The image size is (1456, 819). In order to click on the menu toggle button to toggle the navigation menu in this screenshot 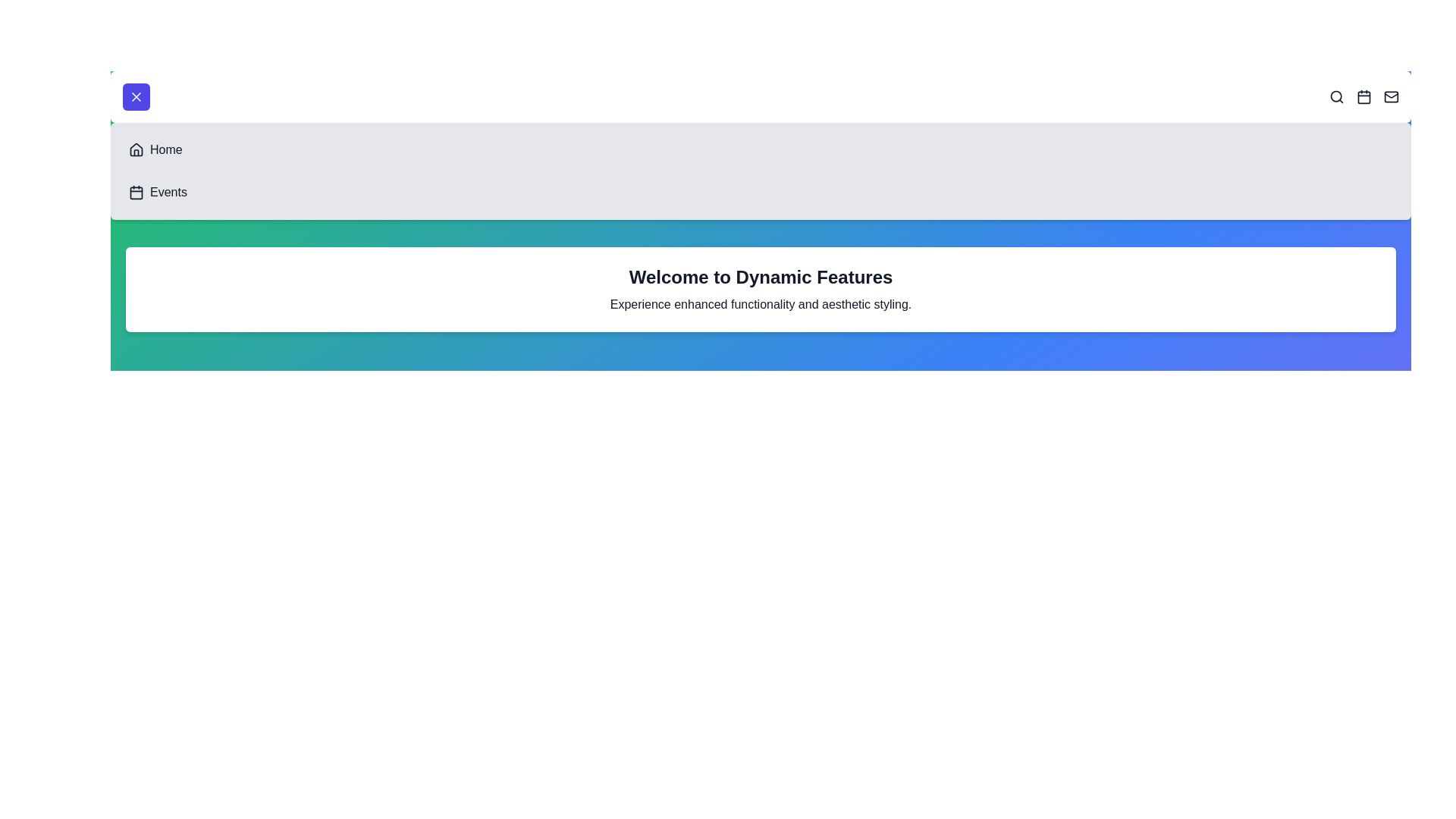, I will do `click(136, 96)`.